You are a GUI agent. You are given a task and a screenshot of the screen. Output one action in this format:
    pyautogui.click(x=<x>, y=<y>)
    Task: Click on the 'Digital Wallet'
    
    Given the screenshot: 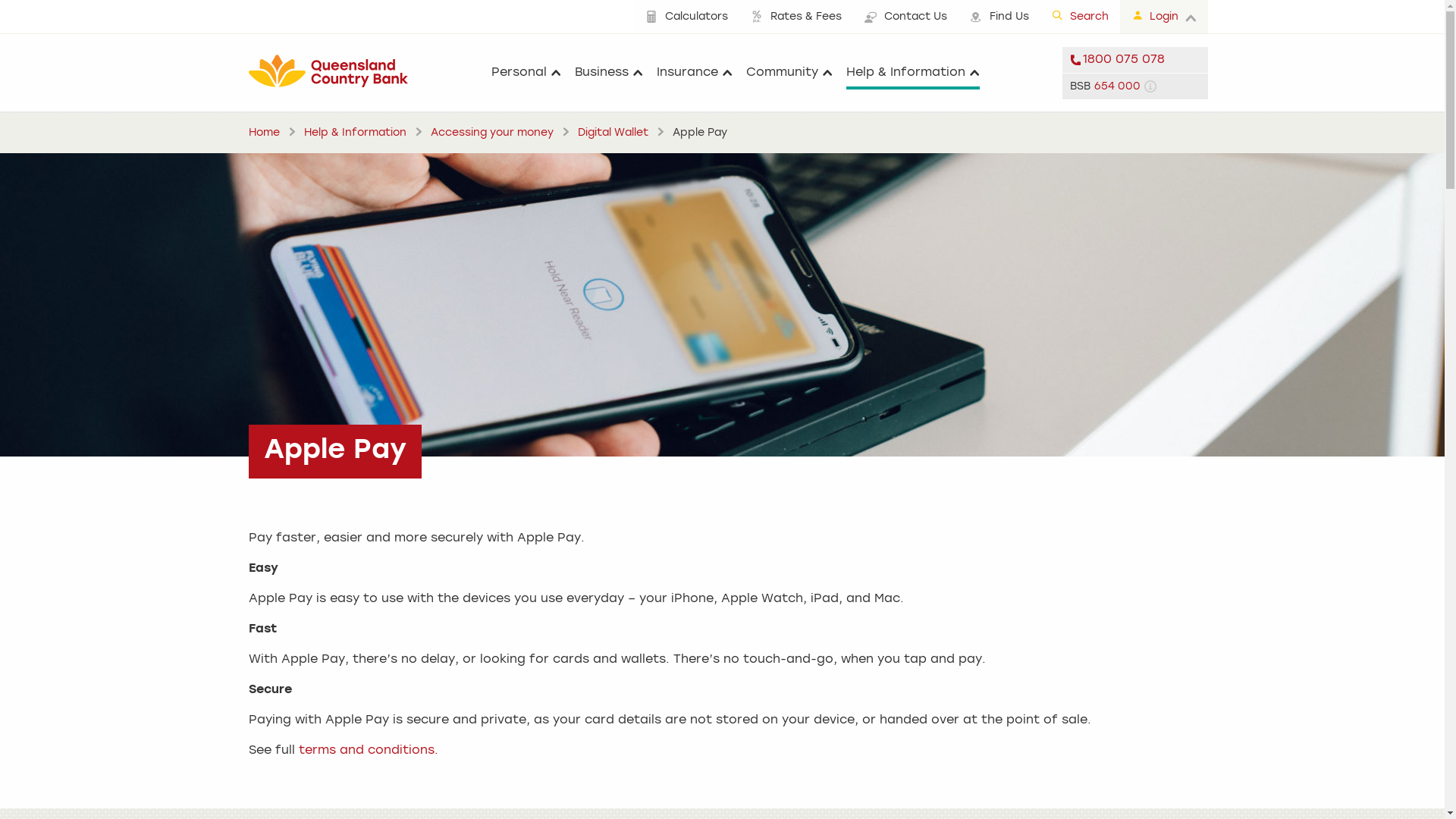 What is the action you would take?
    pyautogui.click(x=613, y=131)
    